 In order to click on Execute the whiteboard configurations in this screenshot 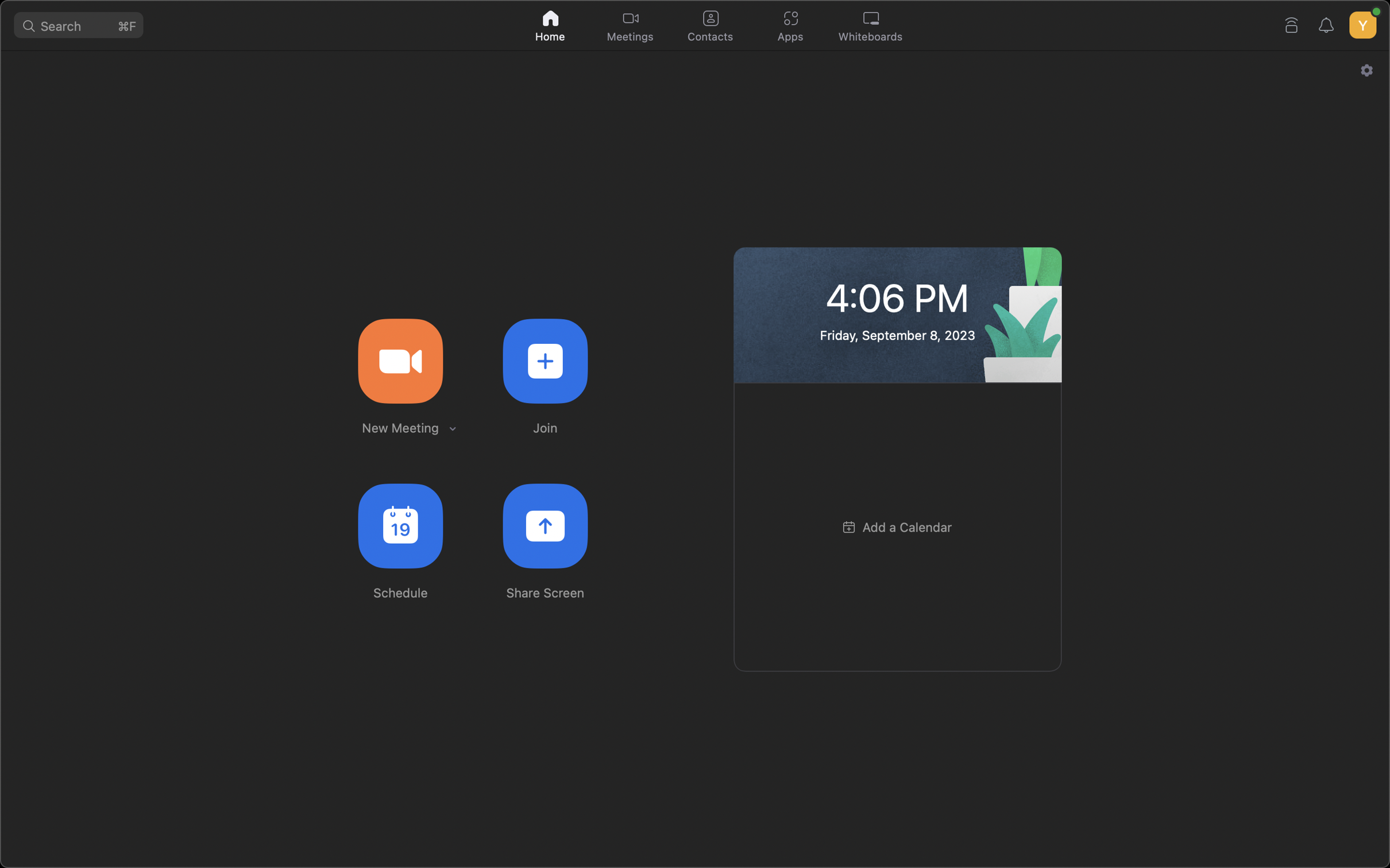, I will do `click(873, 26)`.